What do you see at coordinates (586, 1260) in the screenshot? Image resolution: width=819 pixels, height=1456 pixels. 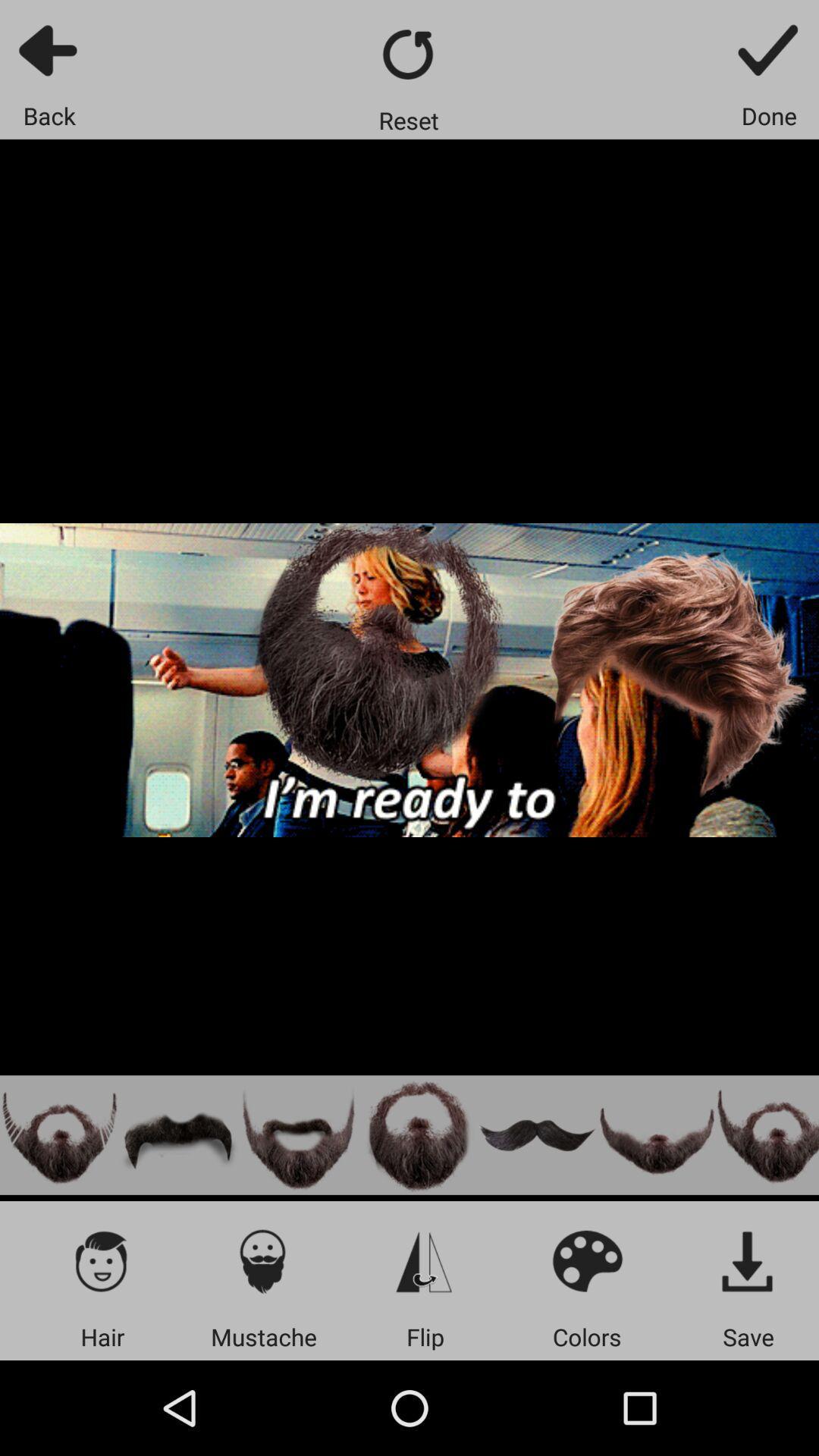 I see `color` at bounding box center [586, 1260].